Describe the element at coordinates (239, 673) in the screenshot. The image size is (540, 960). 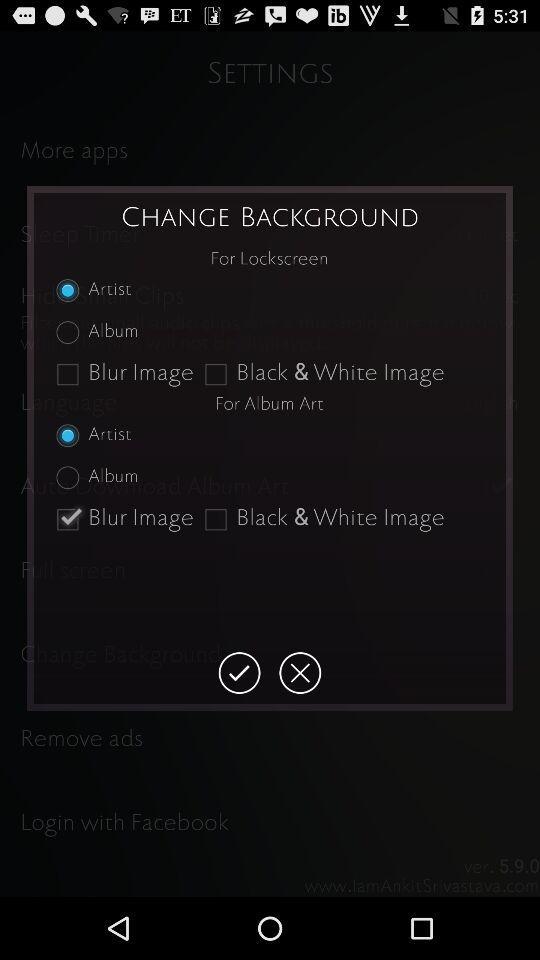
I see `accepts changes` at that location.